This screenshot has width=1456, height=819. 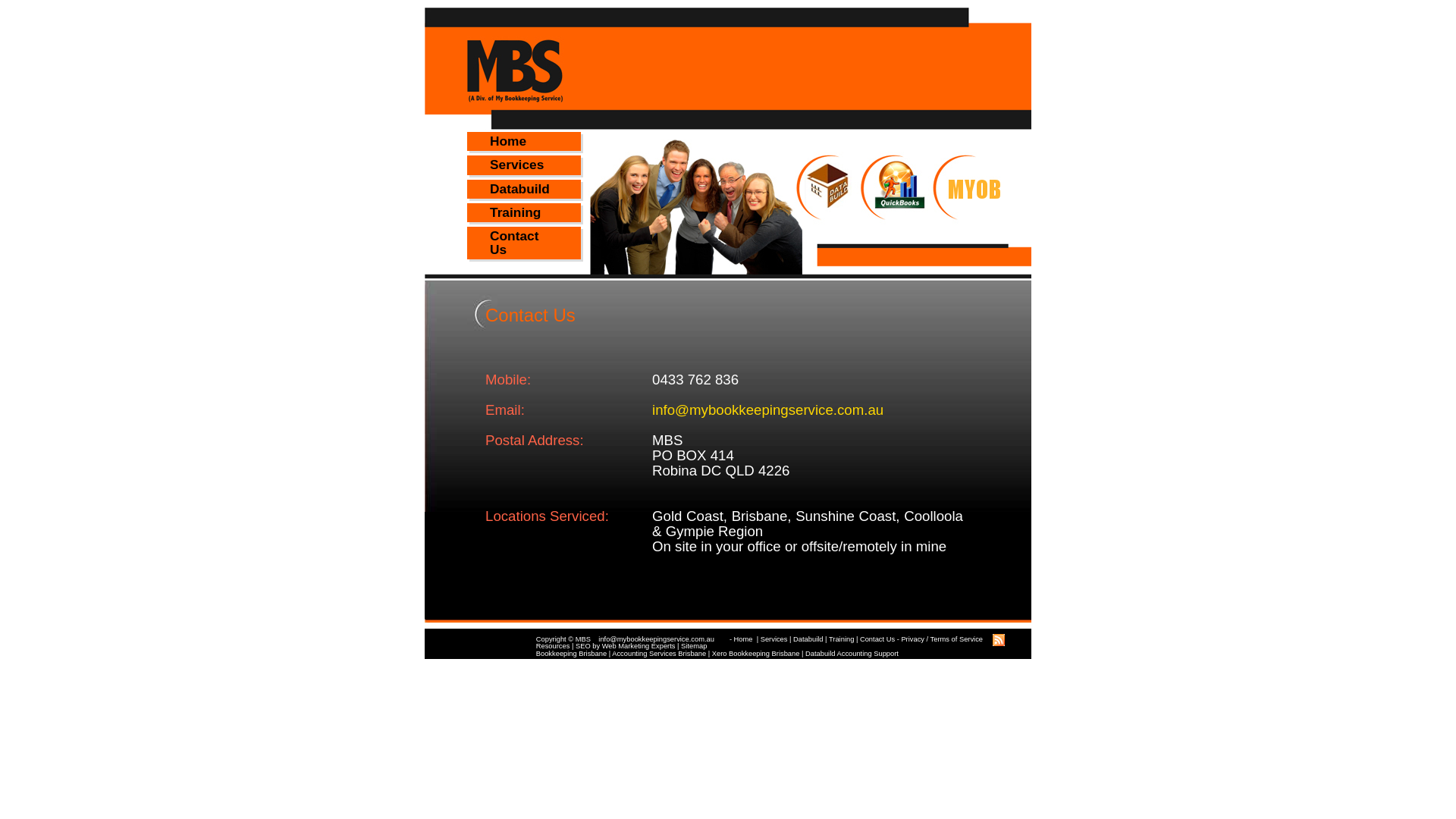 I want to click on 'Contact Us', so click(x=524, y=242).